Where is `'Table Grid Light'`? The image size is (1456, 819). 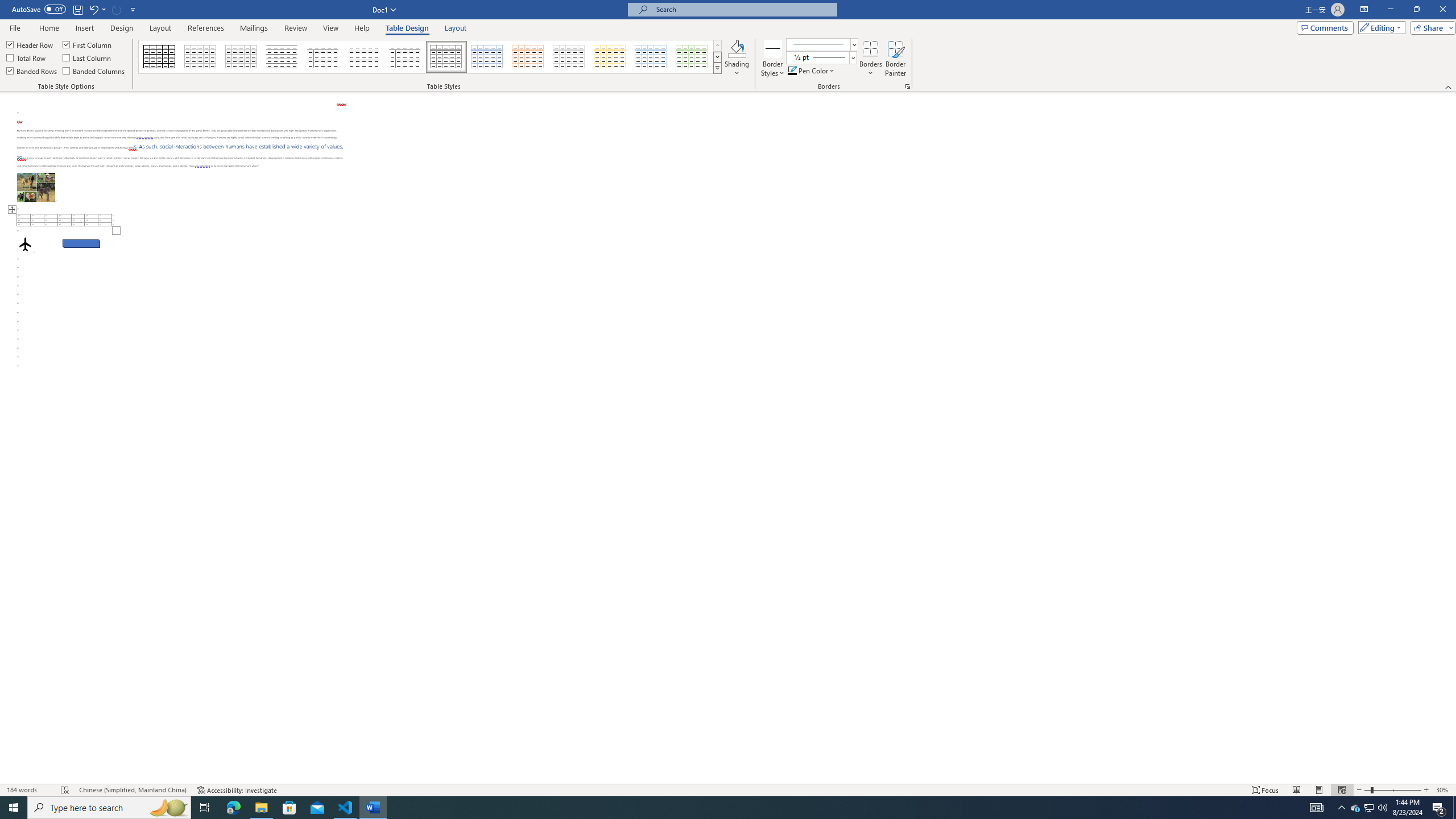
'Table Grid Light' is located at coordinates (200, 56).